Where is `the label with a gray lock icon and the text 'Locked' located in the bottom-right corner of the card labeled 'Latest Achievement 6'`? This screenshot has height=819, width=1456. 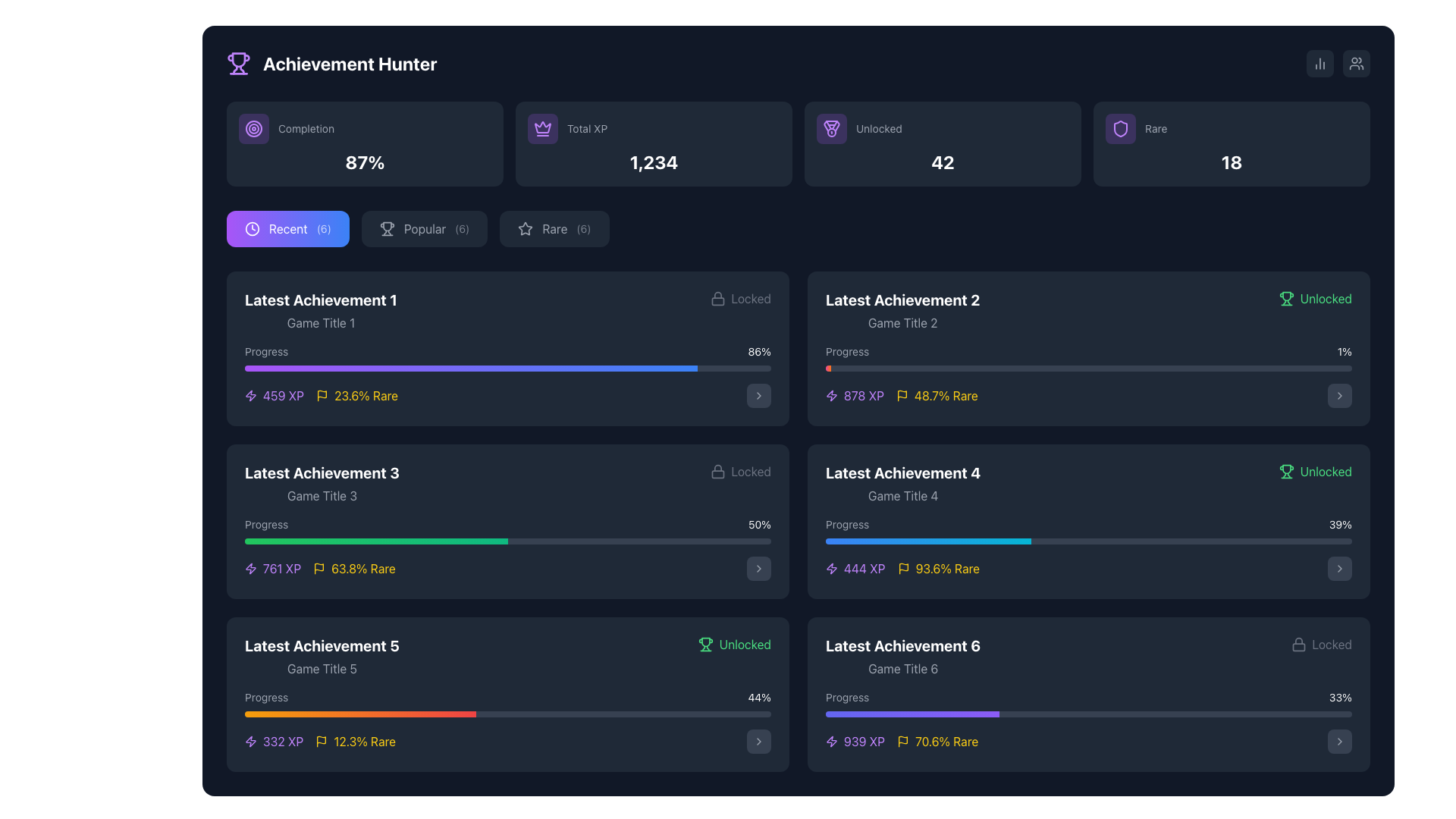
the label with a gray lock icon and the text 'Locked' located in the bottom-right corner of the card labeled 'Latest Achievement 6' is located at coordinates (1320, 644).